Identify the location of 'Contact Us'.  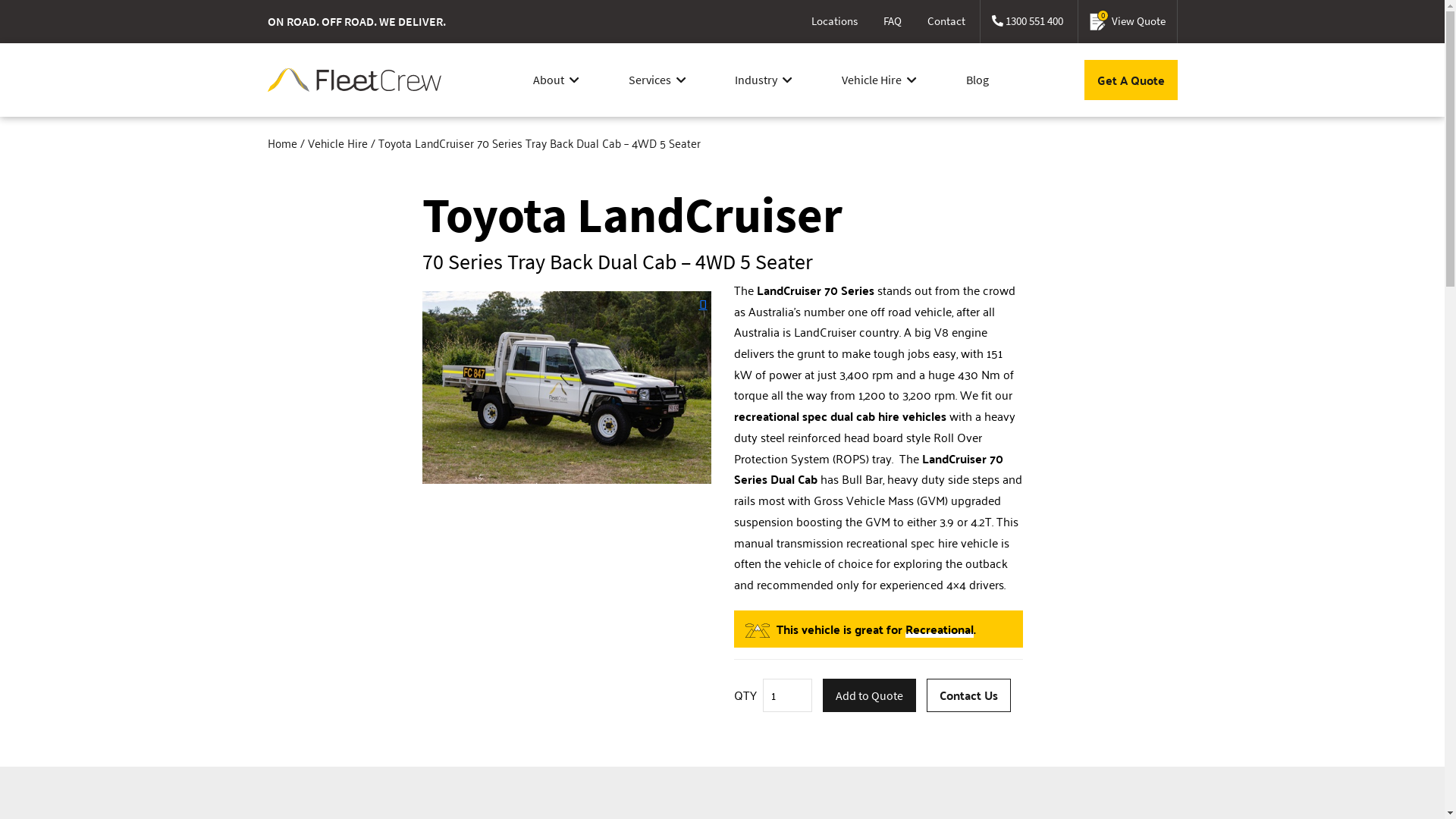
(926, 695).